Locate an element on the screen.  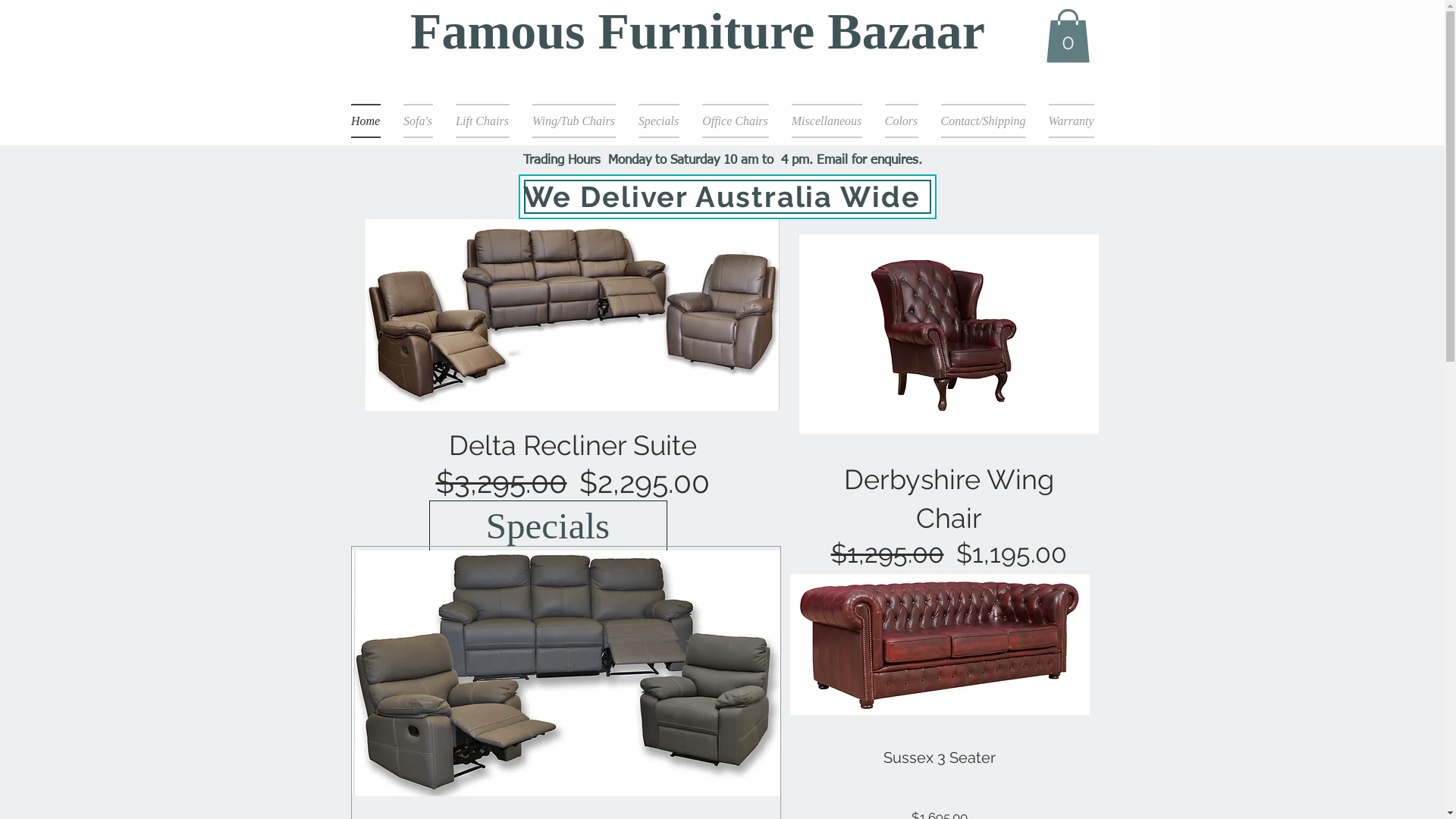
'Sofa's' is located at coordinates (417, 120).